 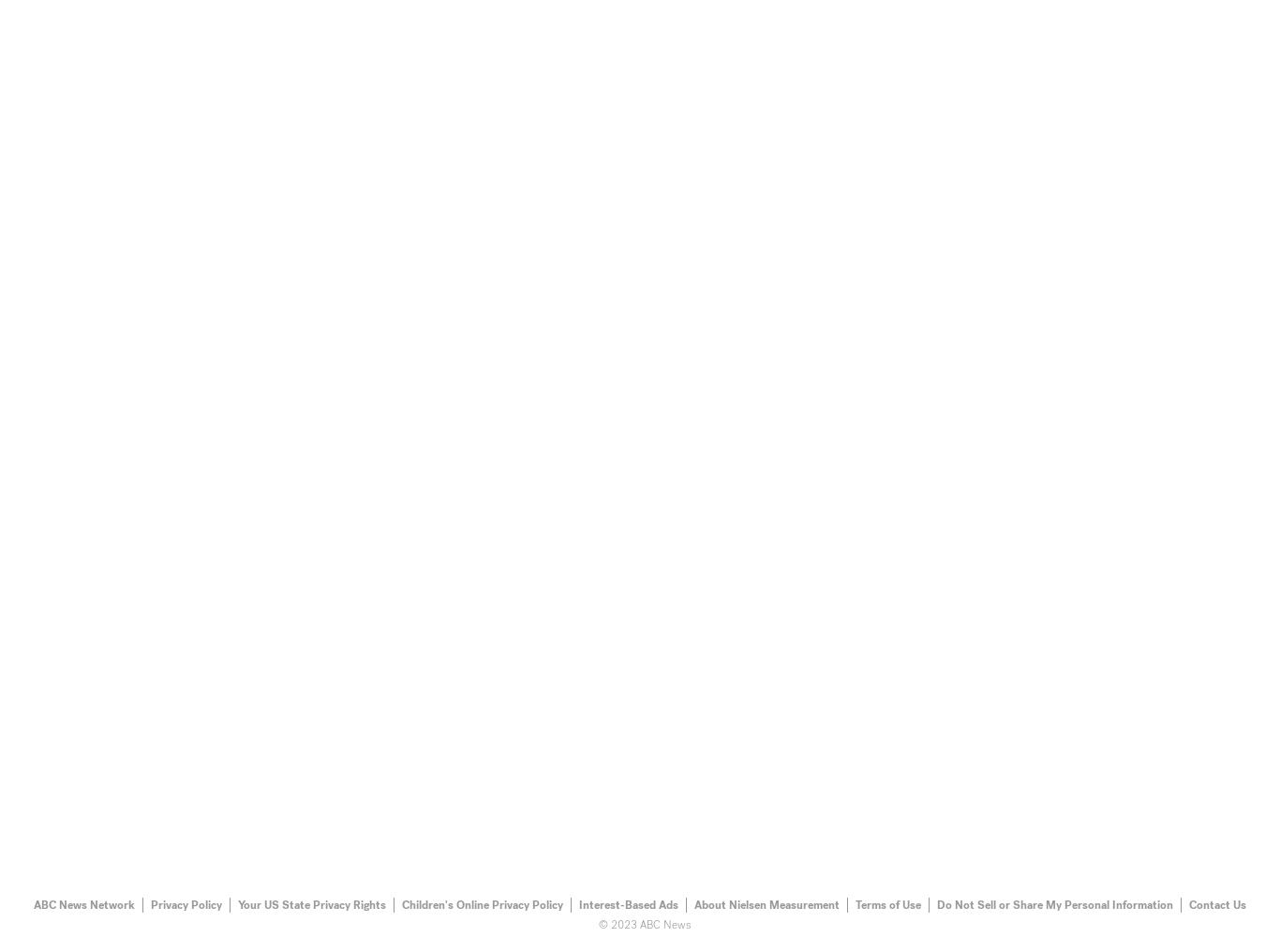 I want to click on 'Terms of Use', so click(x=888, y=903).